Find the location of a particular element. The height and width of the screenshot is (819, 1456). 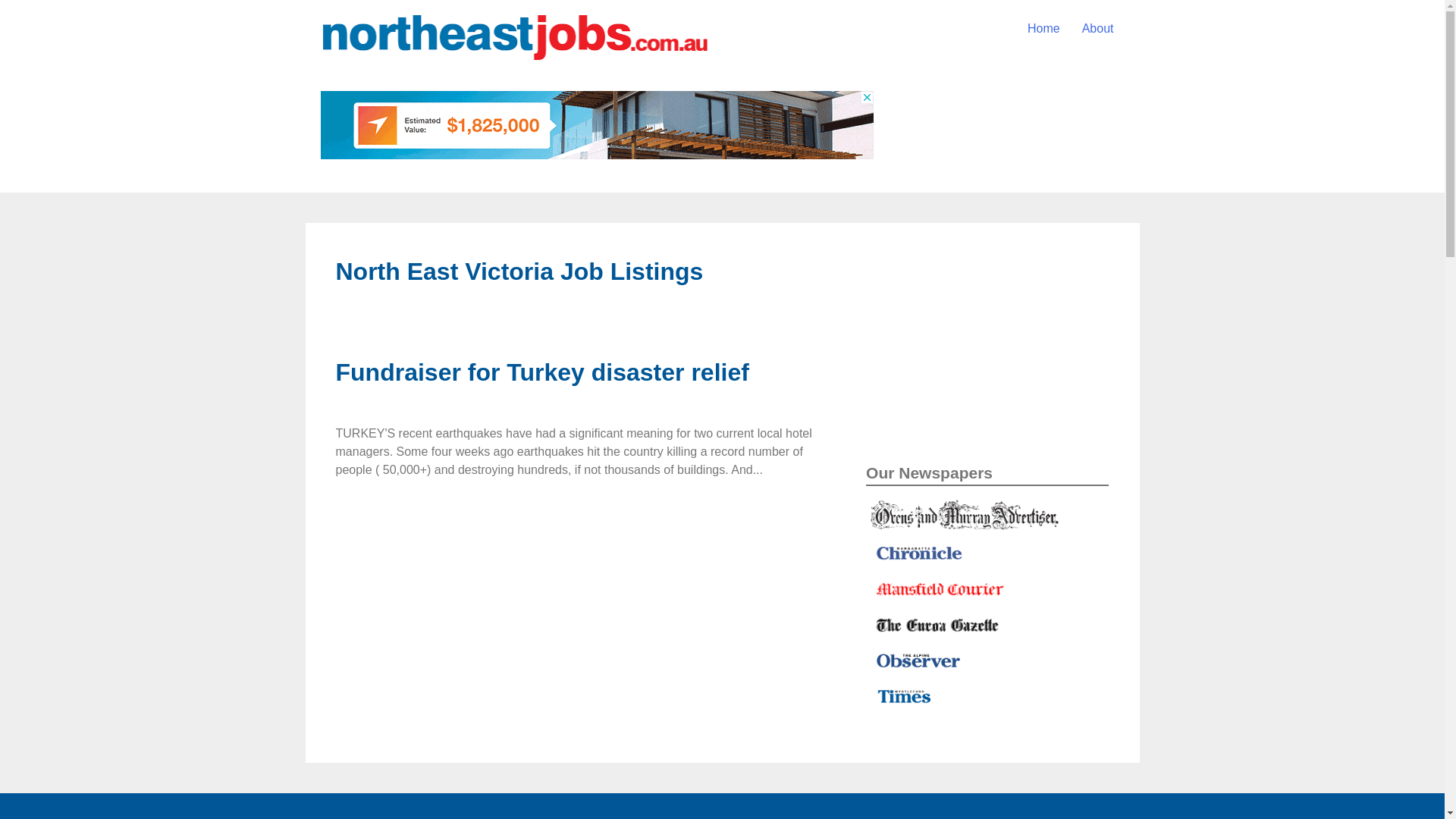

'3rd party ad content' is located at coordinates (595, 124).